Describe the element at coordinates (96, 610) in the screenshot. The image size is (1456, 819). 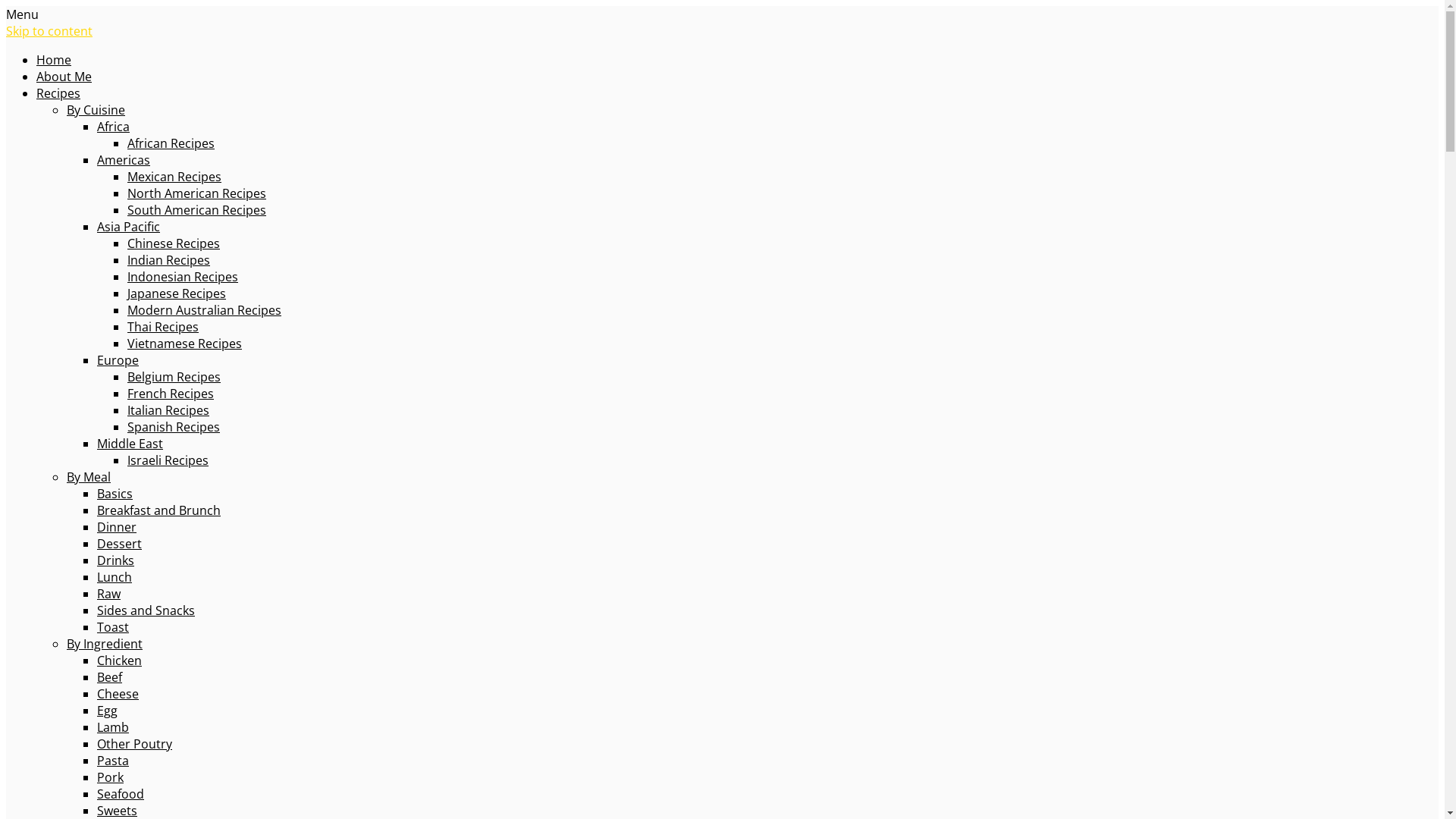
I see `'Sides and Snacks'` at that location.